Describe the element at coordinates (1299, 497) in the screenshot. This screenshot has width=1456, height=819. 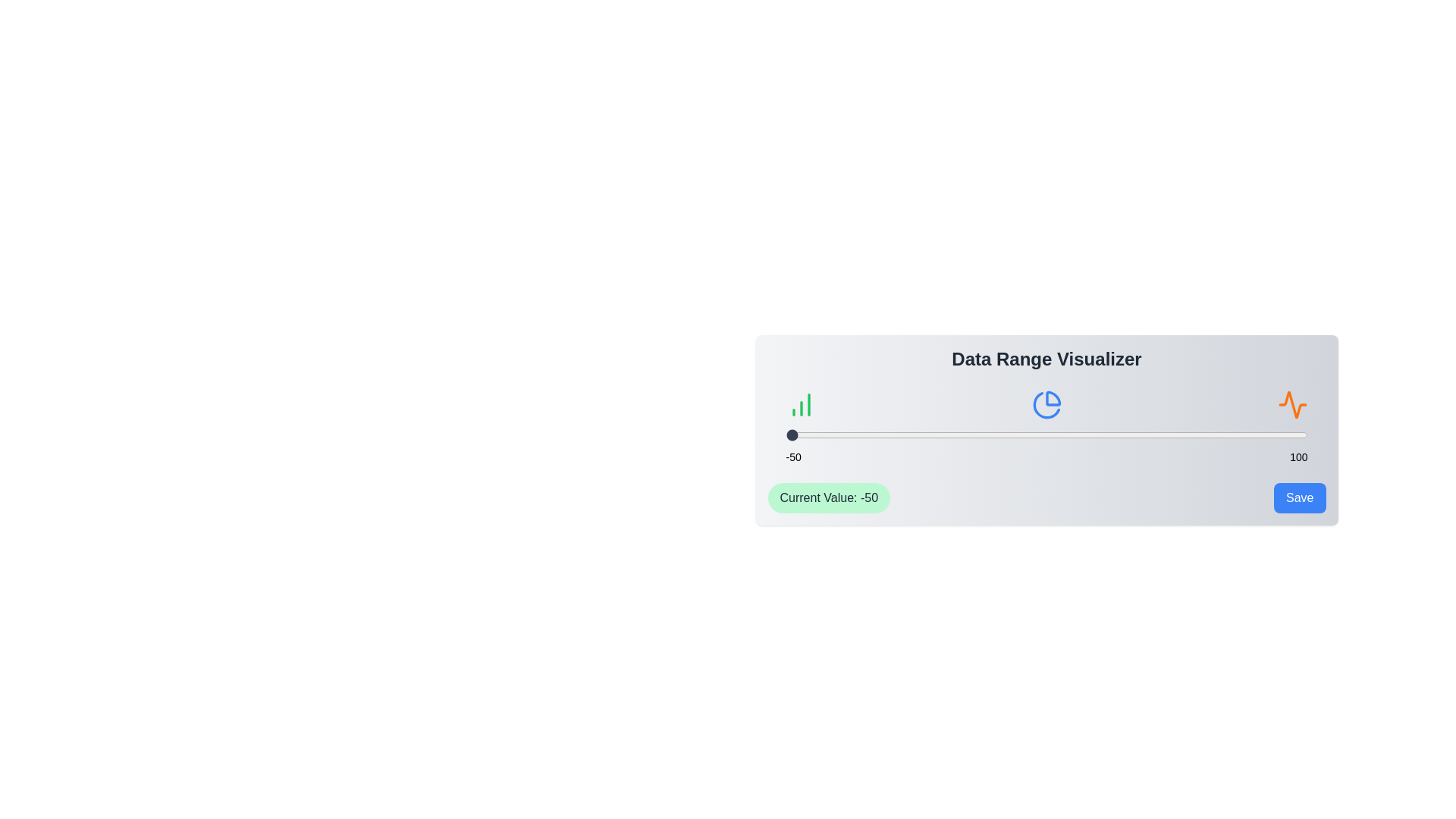
I see `the 'Save' button to save the current value` at that location.